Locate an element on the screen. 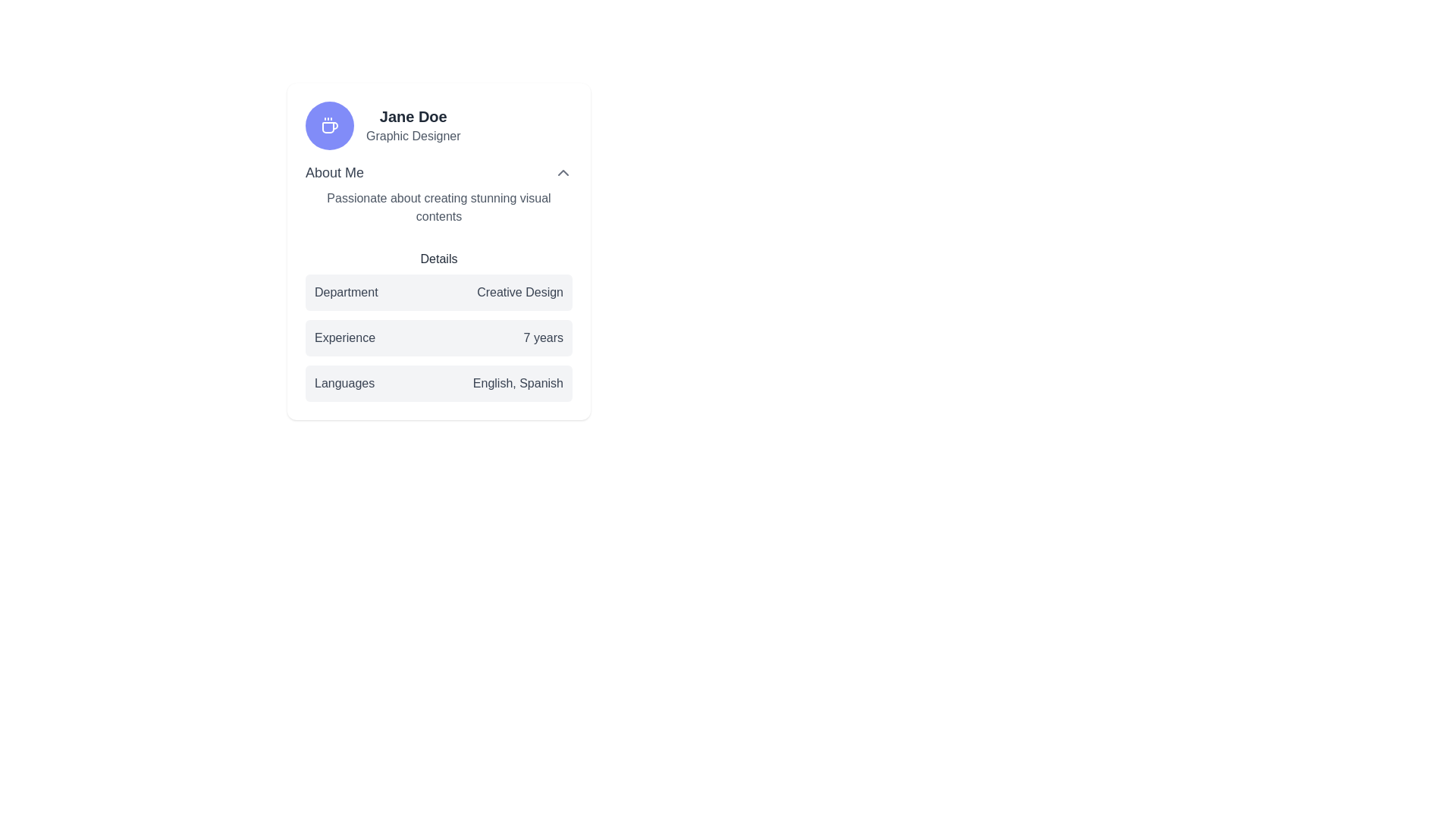  the text label indicating 'Languages' is located at coordinates (344, 382).